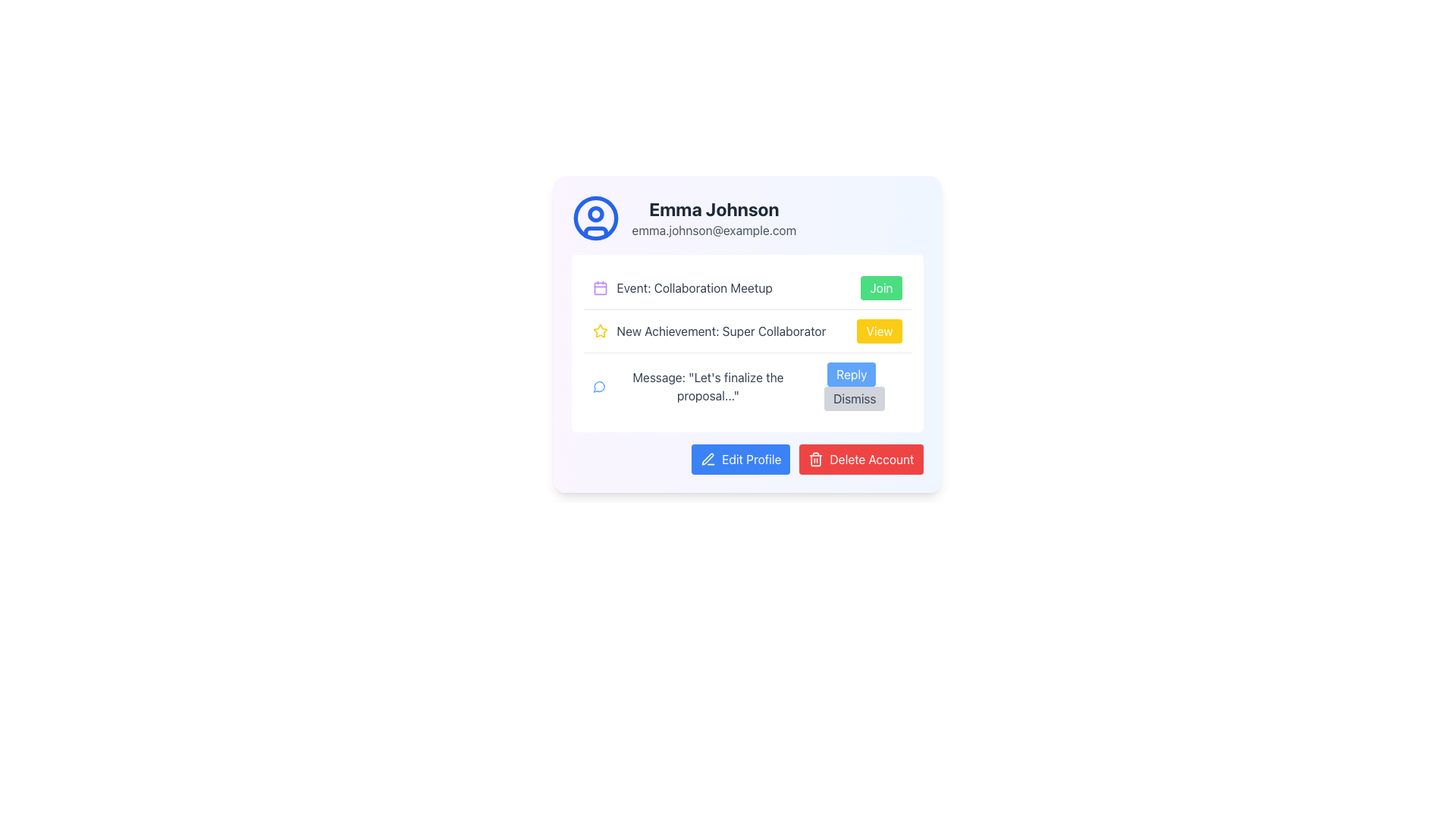  What do you see at coordinates (815, 458) in the screenshot?
I see `the trashcan-shaped icon representing the 'Delete' functionality, which is located to the left of the 'Delete Account' button in the lower-right corner of the card component` at bounding box center [815, 458].